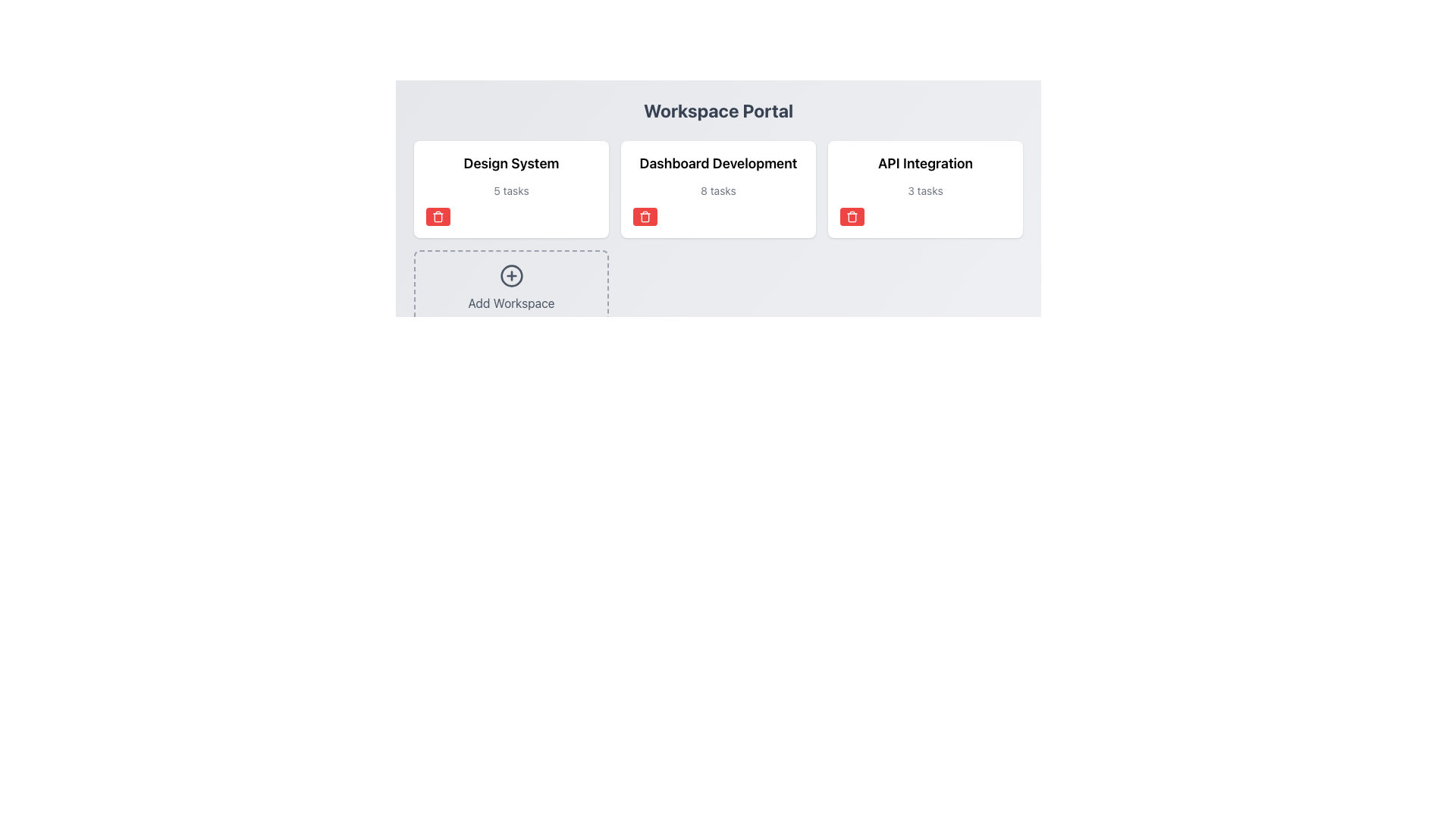 The width and height of the screenshot is (1456, 819). What do you see at coordinates (437, 217) in the screenshot?
I see `the main body of the trash bin icon located in the lower-left corner of the 'Design System' card` at bounding box center [437, 217].